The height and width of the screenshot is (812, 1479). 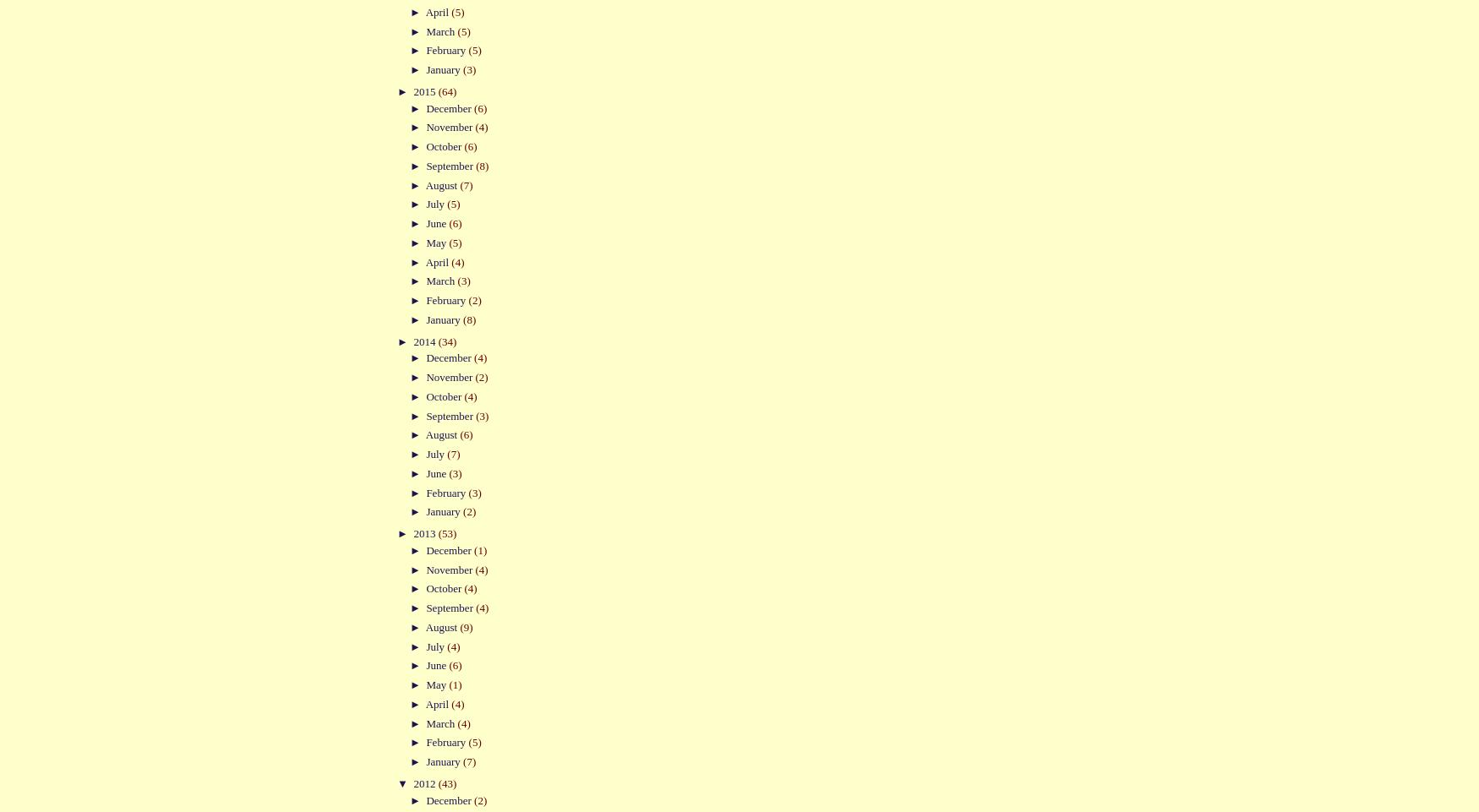 I want to click on '(43)', so click(x=437, y=783).